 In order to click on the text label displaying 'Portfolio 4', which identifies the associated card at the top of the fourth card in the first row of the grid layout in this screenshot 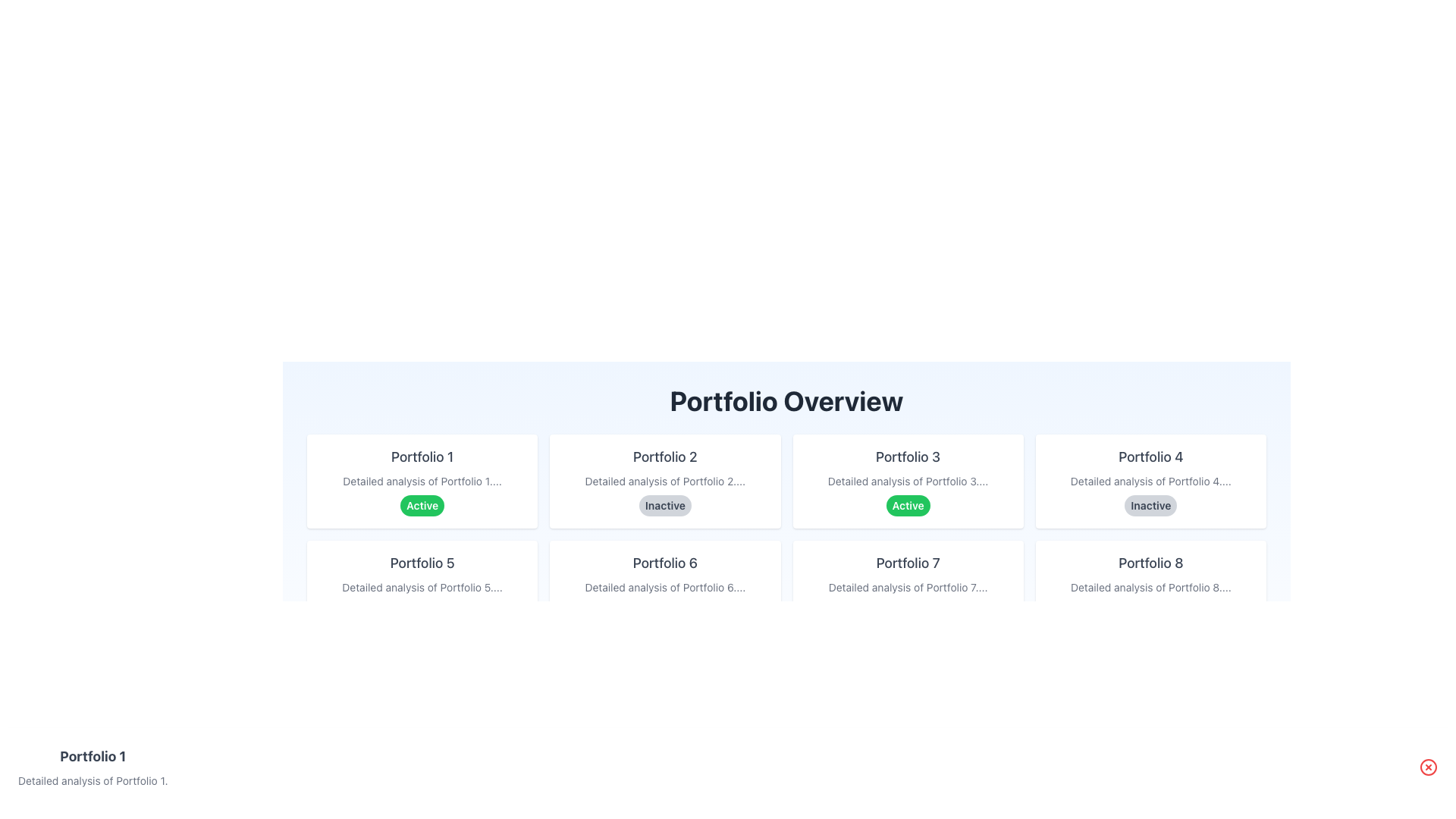, I will do `click(1150, 456)`.